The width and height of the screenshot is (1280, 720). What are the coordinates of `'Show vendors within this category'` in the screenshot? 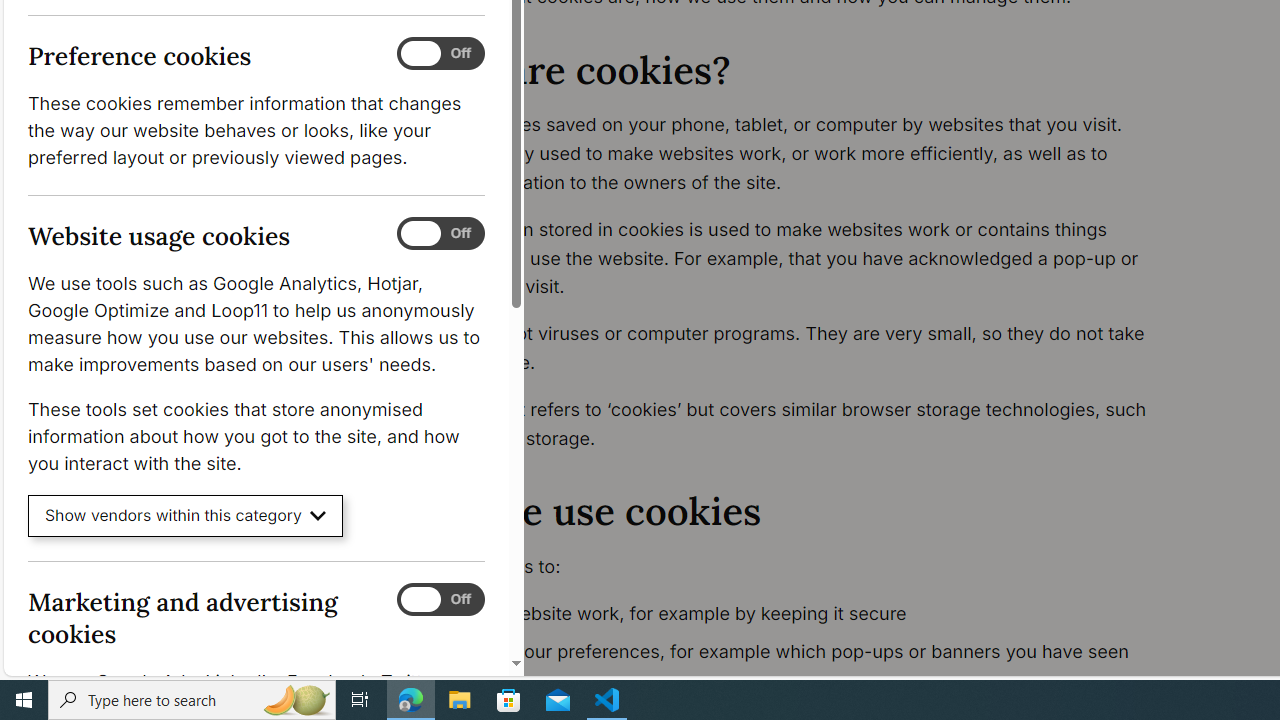 It's located at (185, 515).